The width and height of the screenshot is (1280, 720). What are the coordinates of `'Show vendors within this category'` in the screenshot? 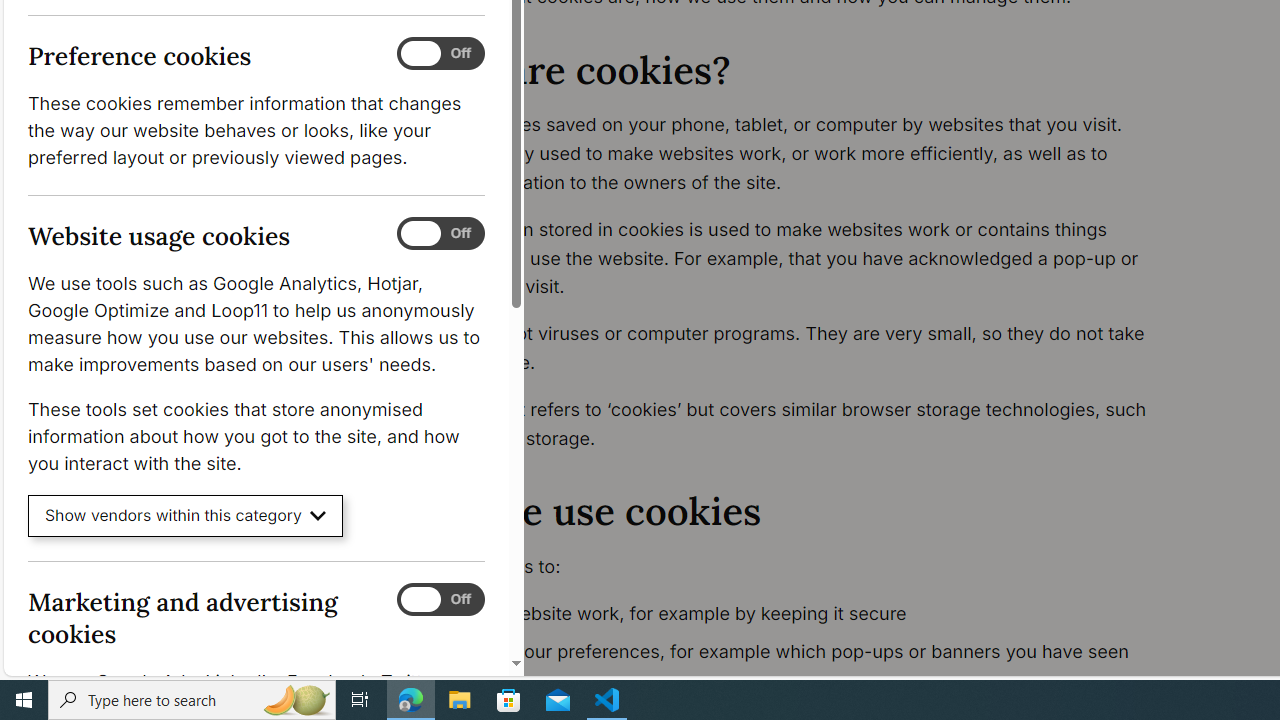 It's located at (185, 515).